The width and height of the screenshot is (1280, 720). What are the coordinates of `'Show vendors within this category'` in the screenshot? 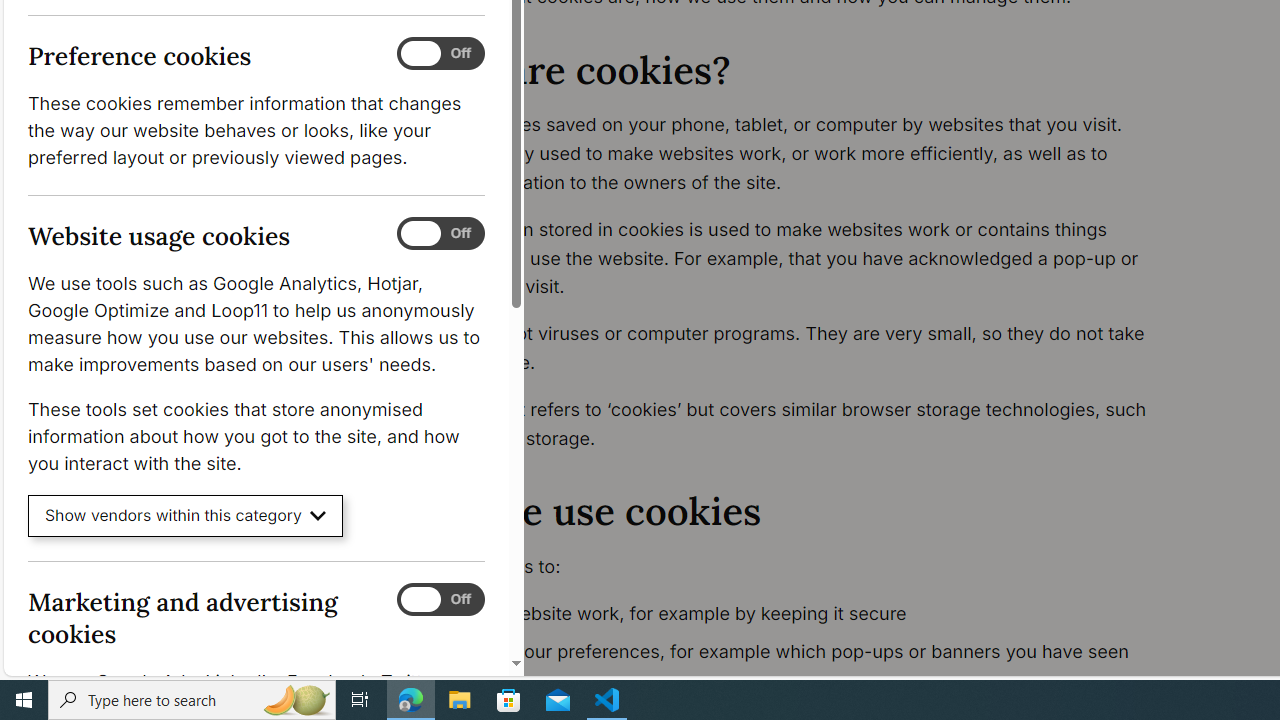 It's located at (185, 515).